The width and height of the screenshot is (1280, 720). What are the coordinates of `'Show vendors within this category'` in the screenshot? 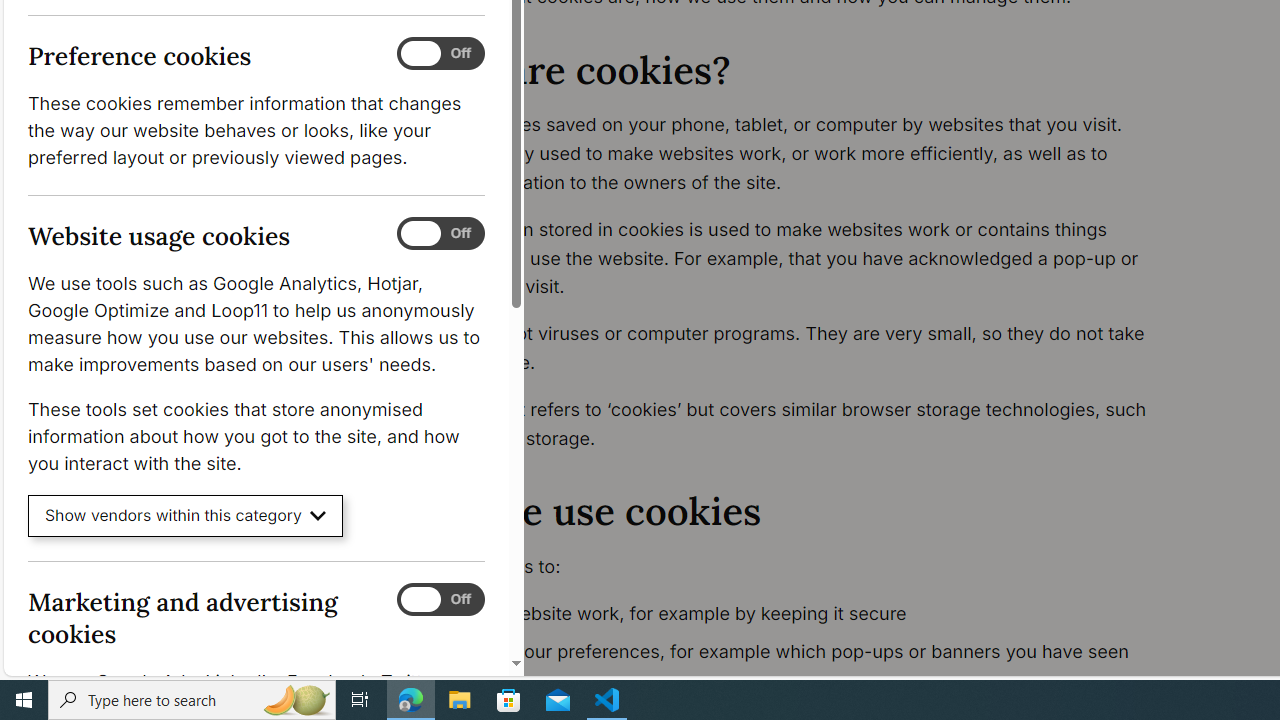 It's located at (185, 515).